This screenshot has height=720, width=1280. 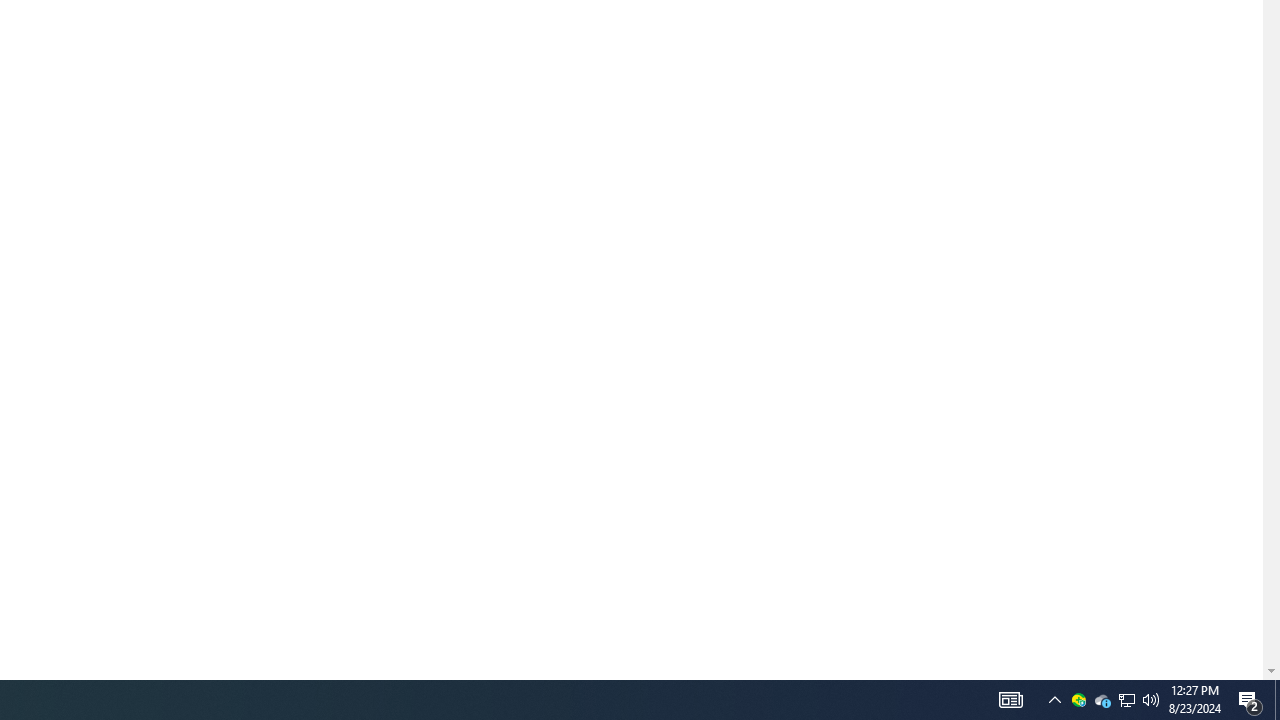 I want to click on 'System Promoted Notification Area', so click(x=1127, y=698).